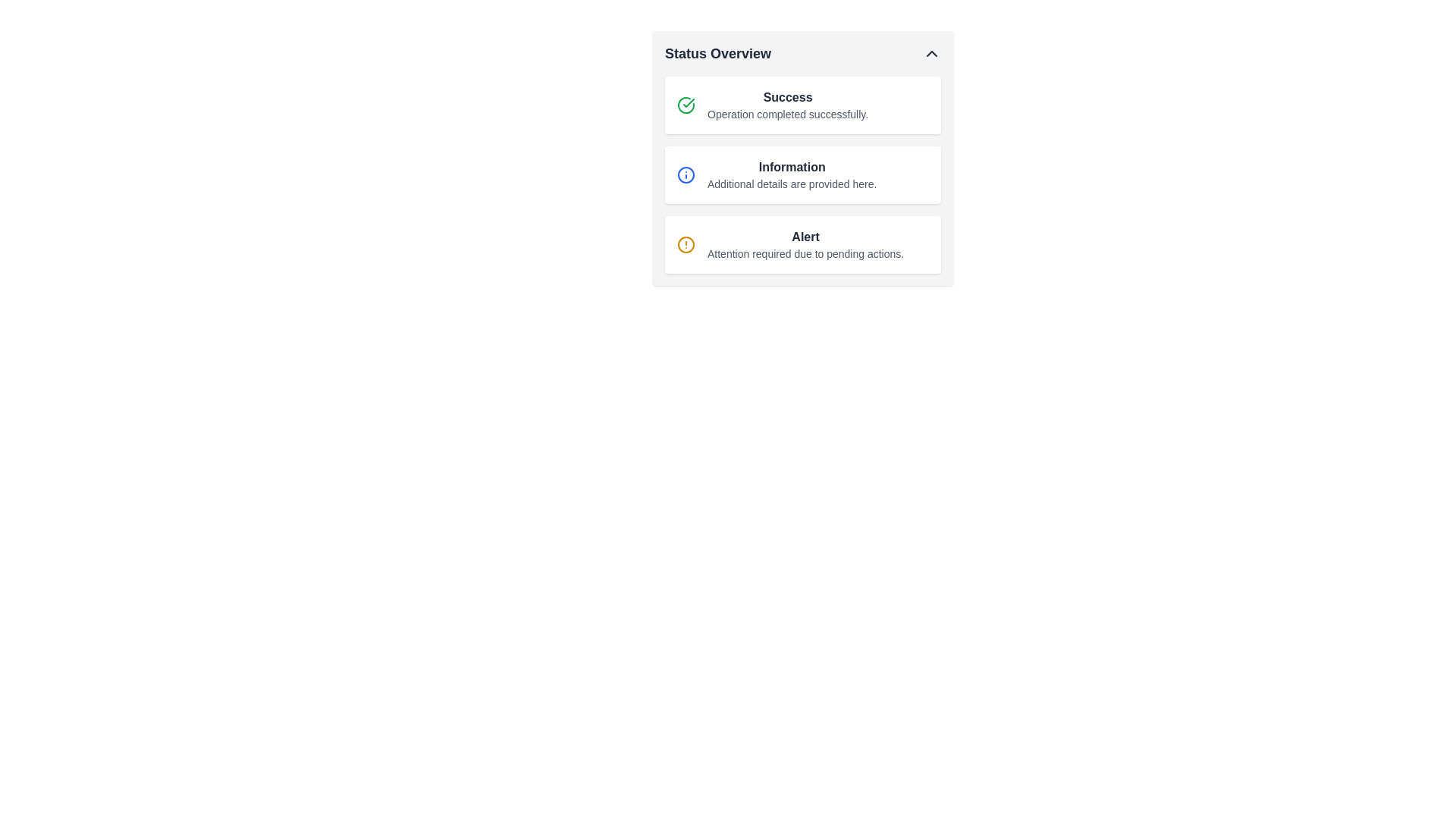 The width and height of the screenshot is (1456, 819). What do you see at coordinates (717, 52) in the screenshot?
I see `text label that displays 'Status Overview', which is styled in a bold font and dark gray color, located at the top-left of the content card` at bounding box center [717, 52].